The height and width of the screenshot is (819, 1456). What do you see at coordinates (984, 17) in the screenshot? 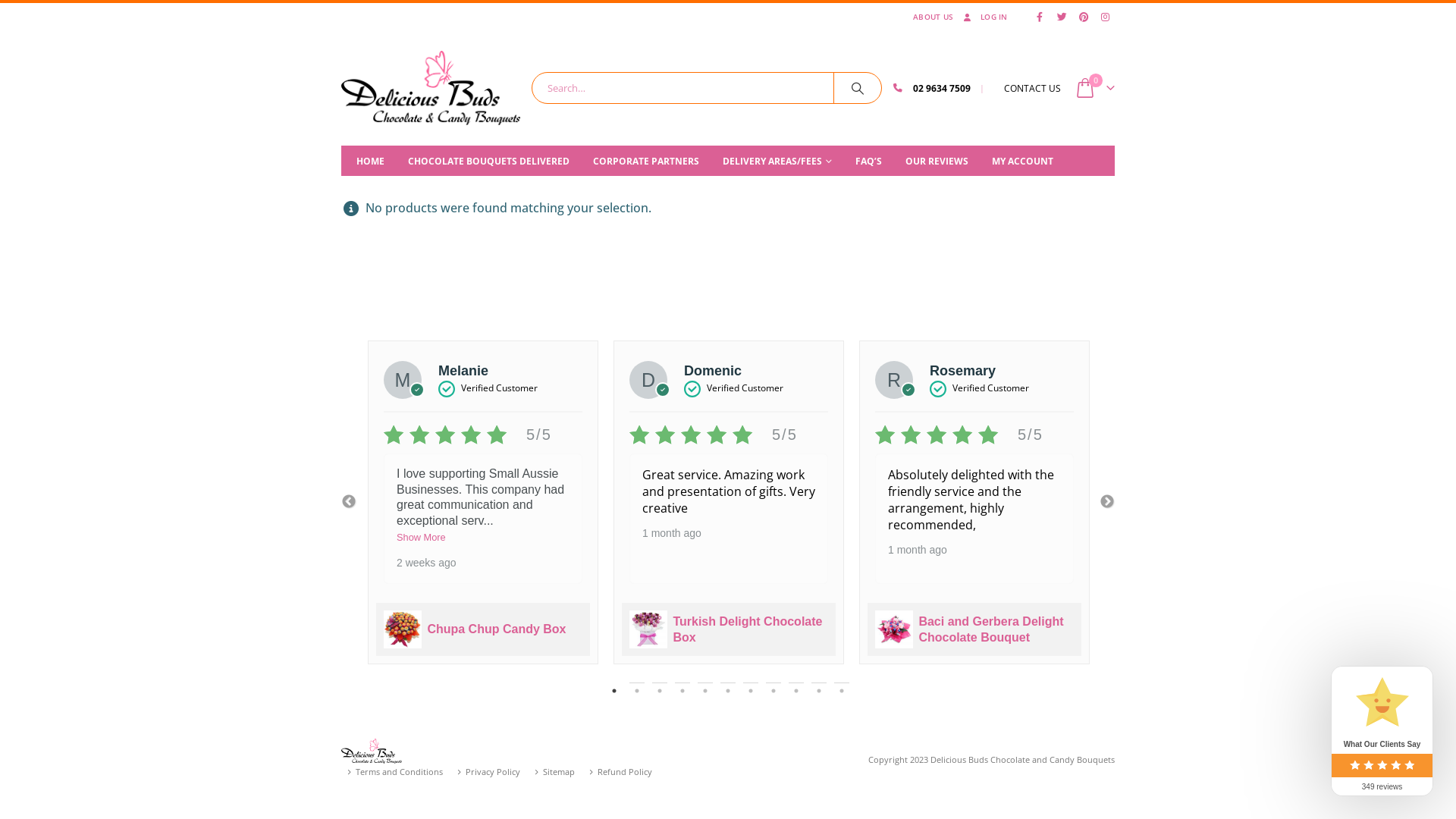
I see `'LOG IN'` at bounding box center [984, 17].